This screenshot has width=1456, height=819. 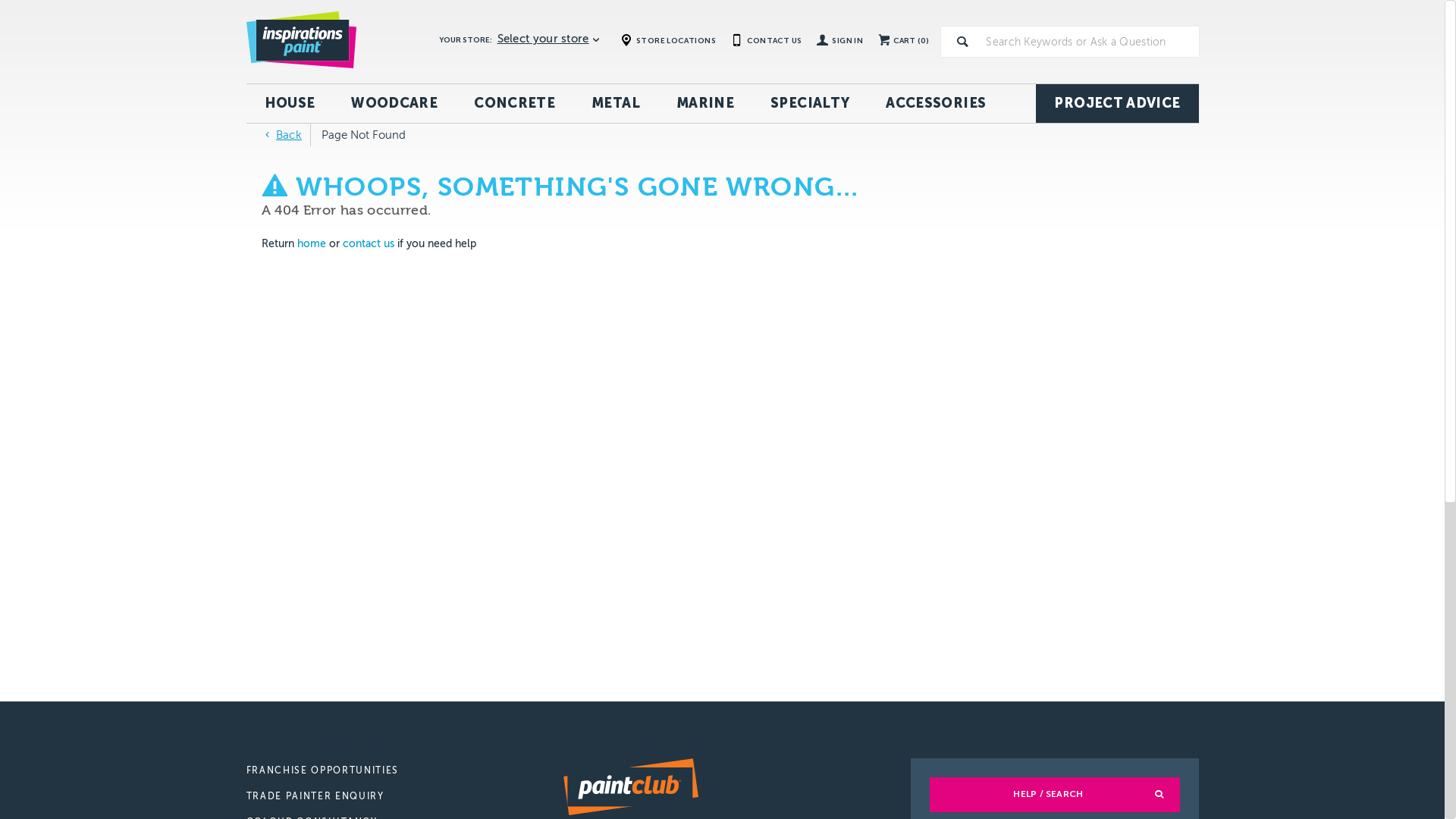 What do you see at coordinates (514, 102) in the screenshot?
I see `'CONCRETE'` at bounding box center [514, 102].